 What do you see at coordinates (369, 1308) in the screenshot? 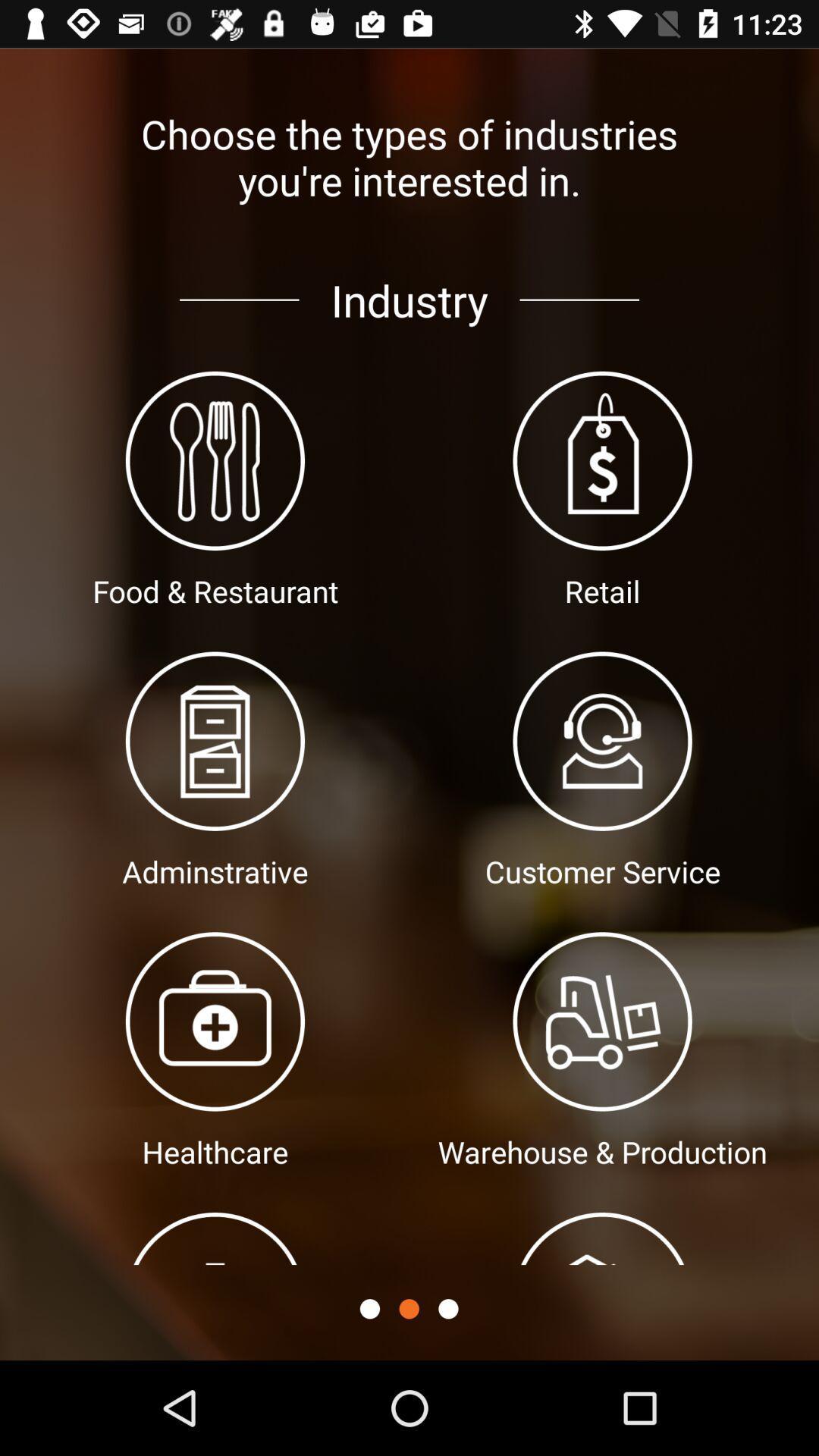
I see `icon below industry item` at bounding box center [369, 1308].